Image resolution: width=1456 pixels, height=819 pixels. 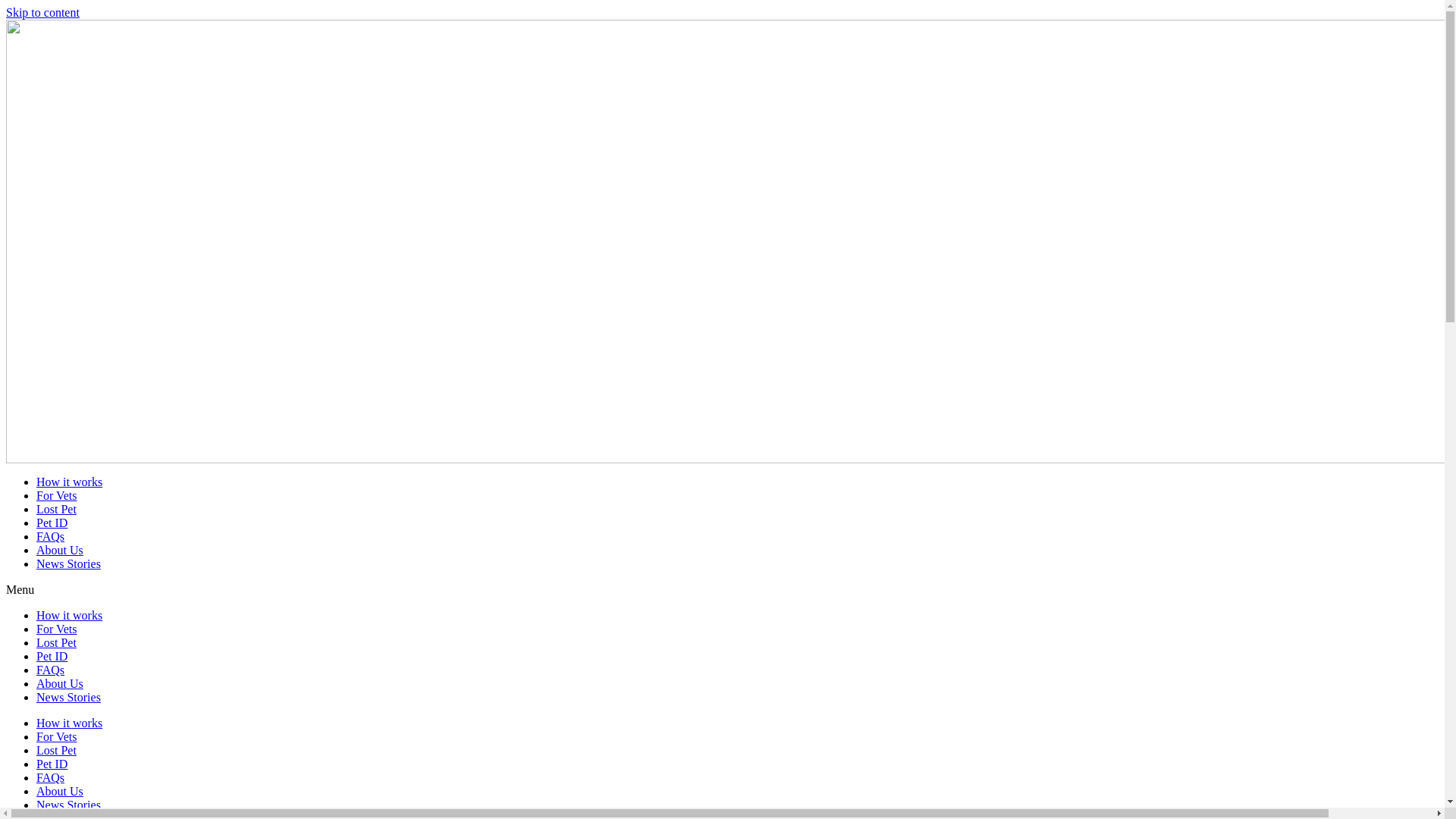 I want to click on 'About Us', so click(x=59, y=550).